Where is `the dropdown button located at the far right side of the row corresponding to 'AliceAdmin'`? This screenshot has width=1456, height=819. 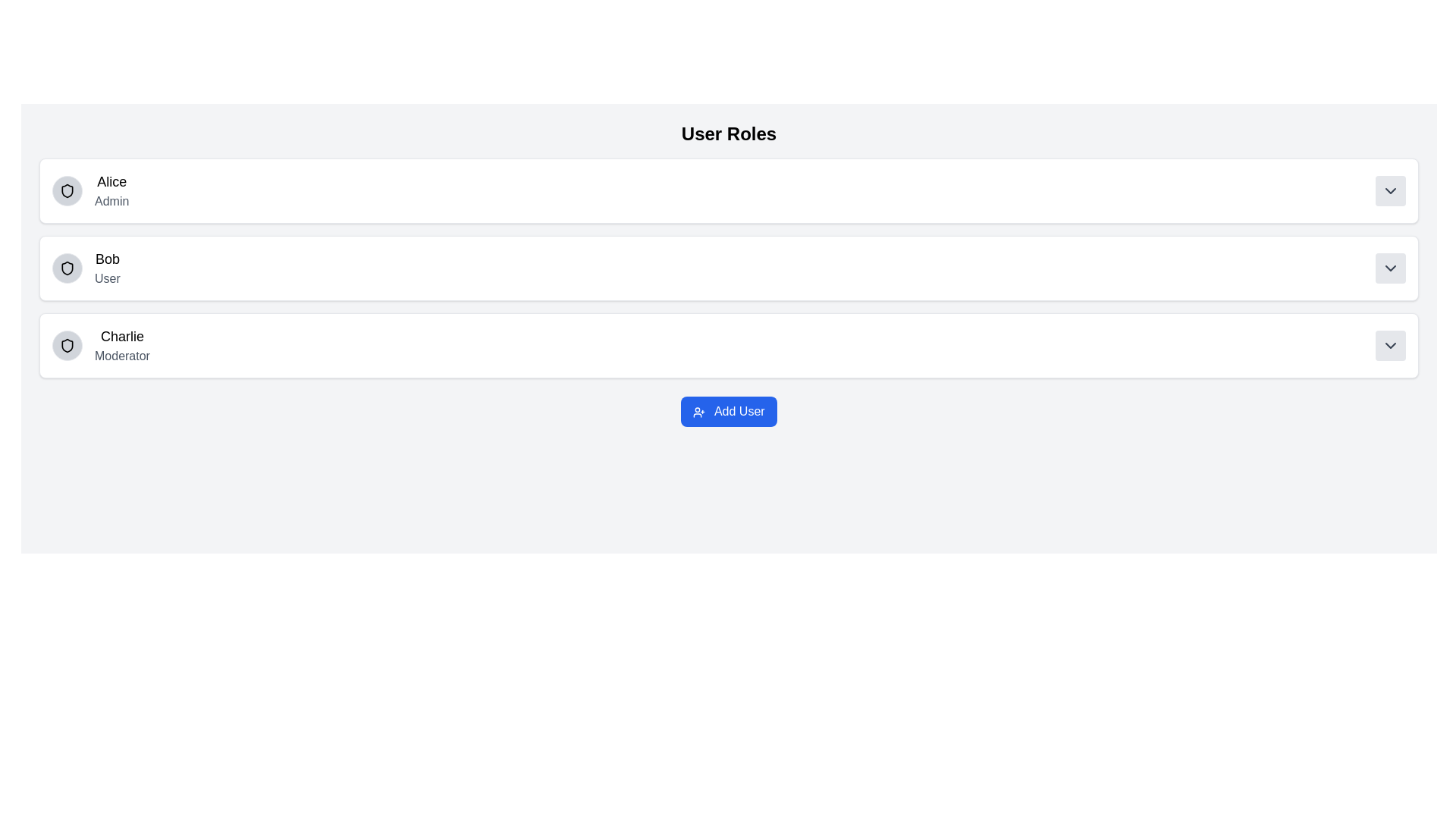
the dropdown button located at the far right side of the row corresponding to 'AliceAdmin' is located at coordinates (1390, 190).